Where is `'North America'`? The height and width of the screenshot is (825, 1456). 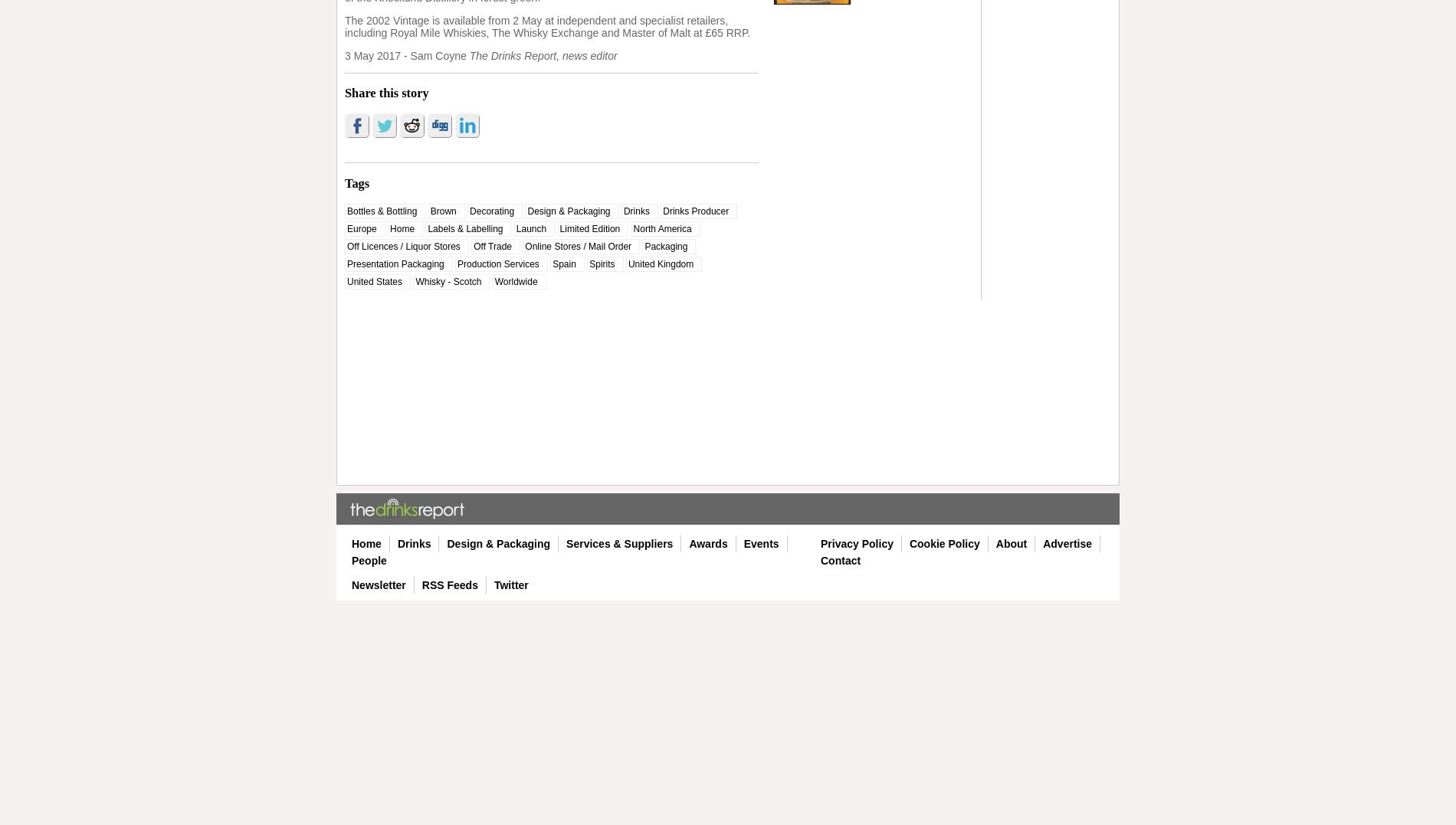
'North America' is located at coordinates (631, 228).